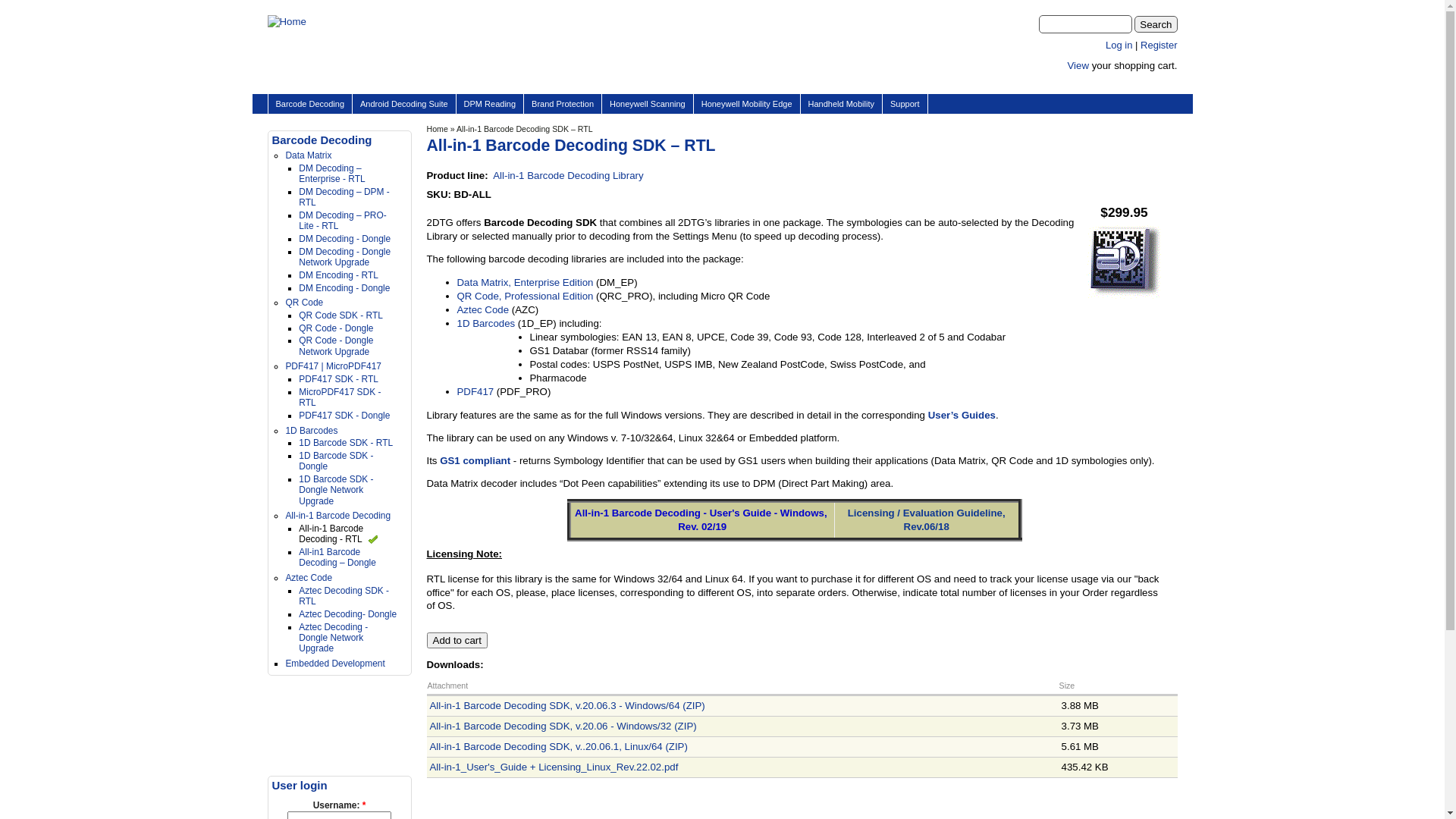 The image size is (1456, 819). What do you see at coordinates (332, 366) in the screenshot?
I see `'PDF417 | MicroPDF417'` at bounding box center [332, 366].